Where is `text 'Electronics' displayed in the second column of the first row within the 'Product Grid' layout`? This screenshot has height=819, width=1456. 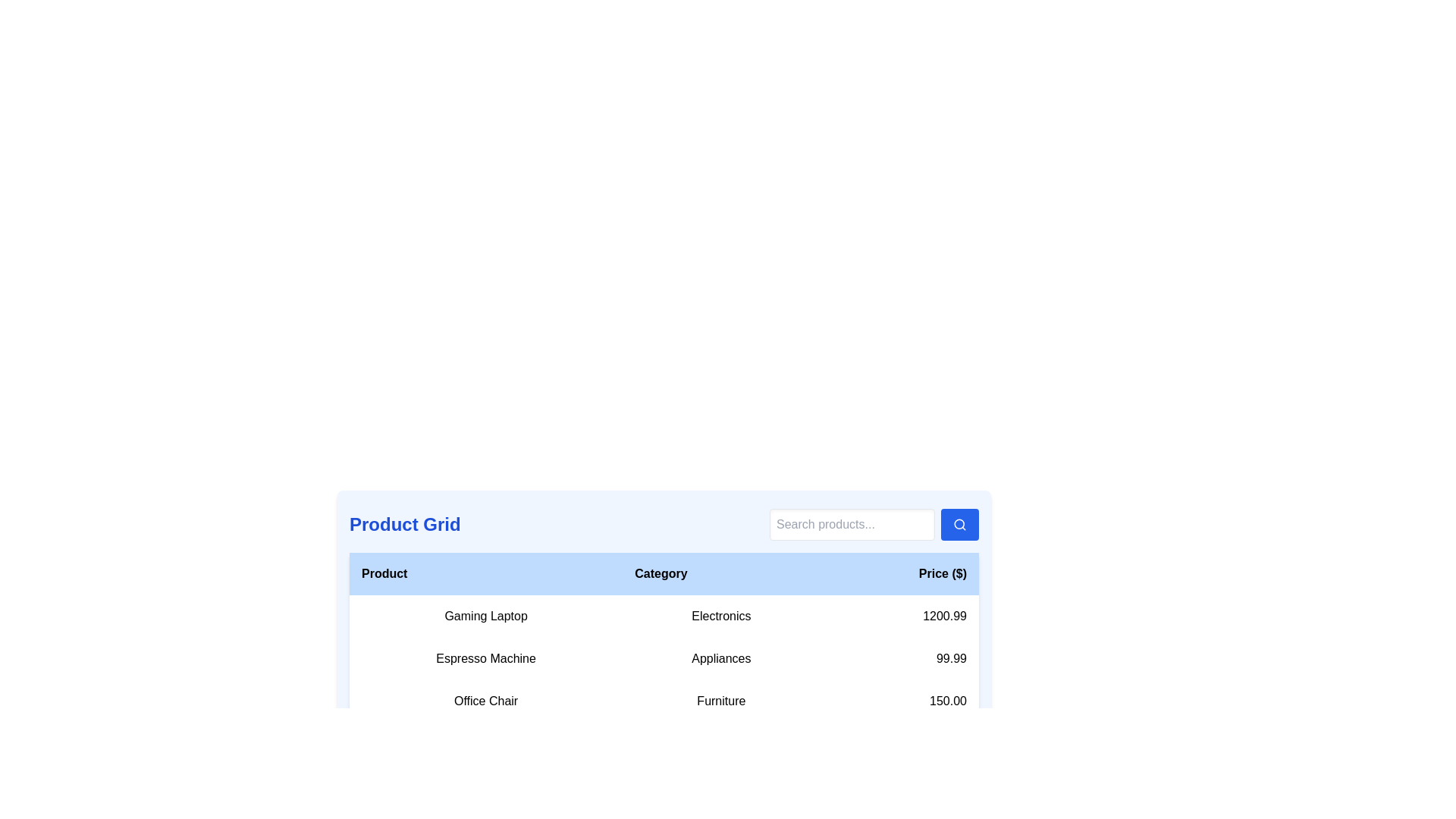 text 'Electronics' displayed in the second column of the first row within the 'Product Grid' layout is located at coordinates (720, 617).